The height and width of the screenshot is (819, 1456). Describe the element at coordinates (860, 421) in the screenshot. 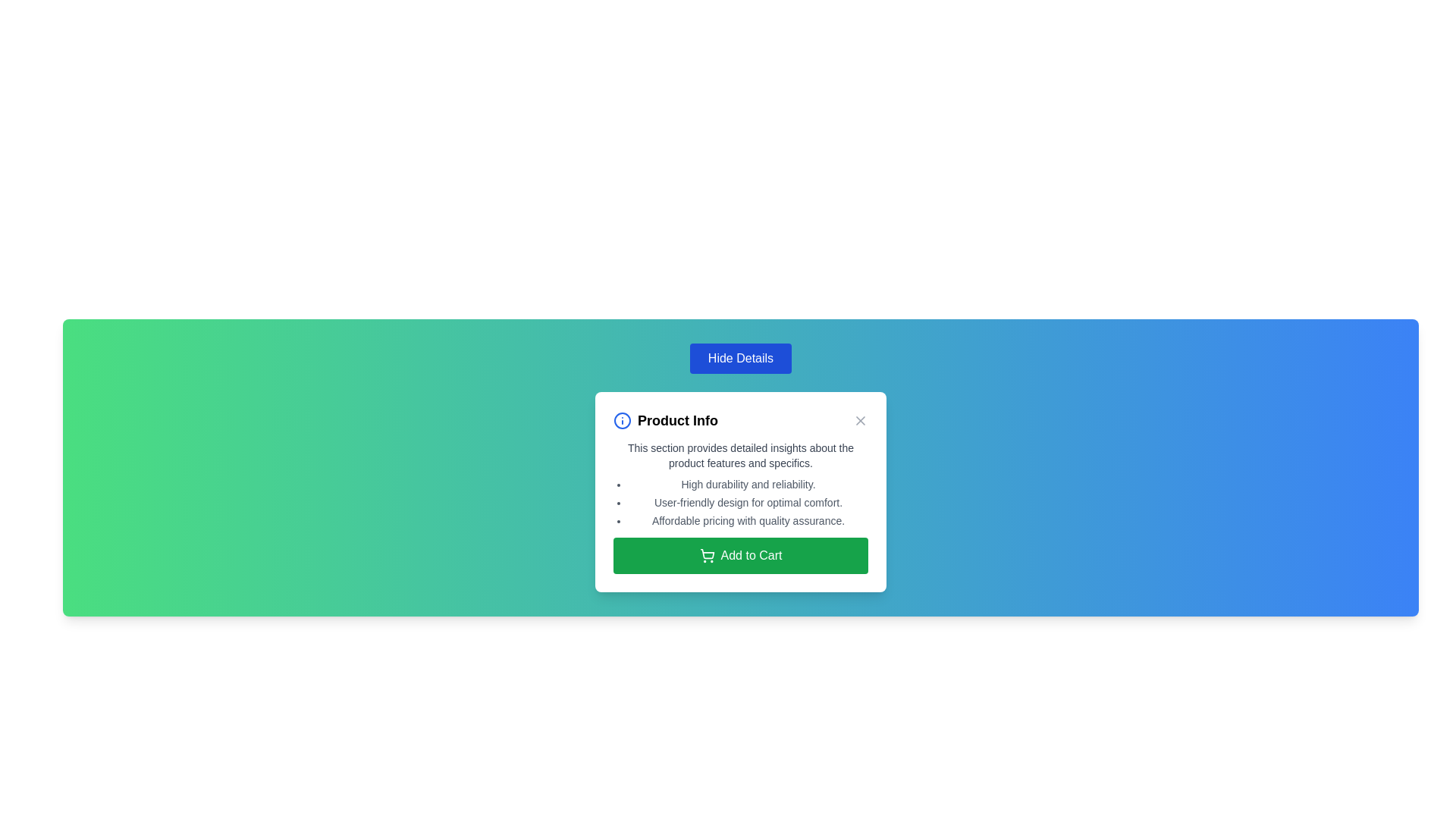

I see `the Close Icon located at the top-right corner of the 'Product Info' modal` at that location.